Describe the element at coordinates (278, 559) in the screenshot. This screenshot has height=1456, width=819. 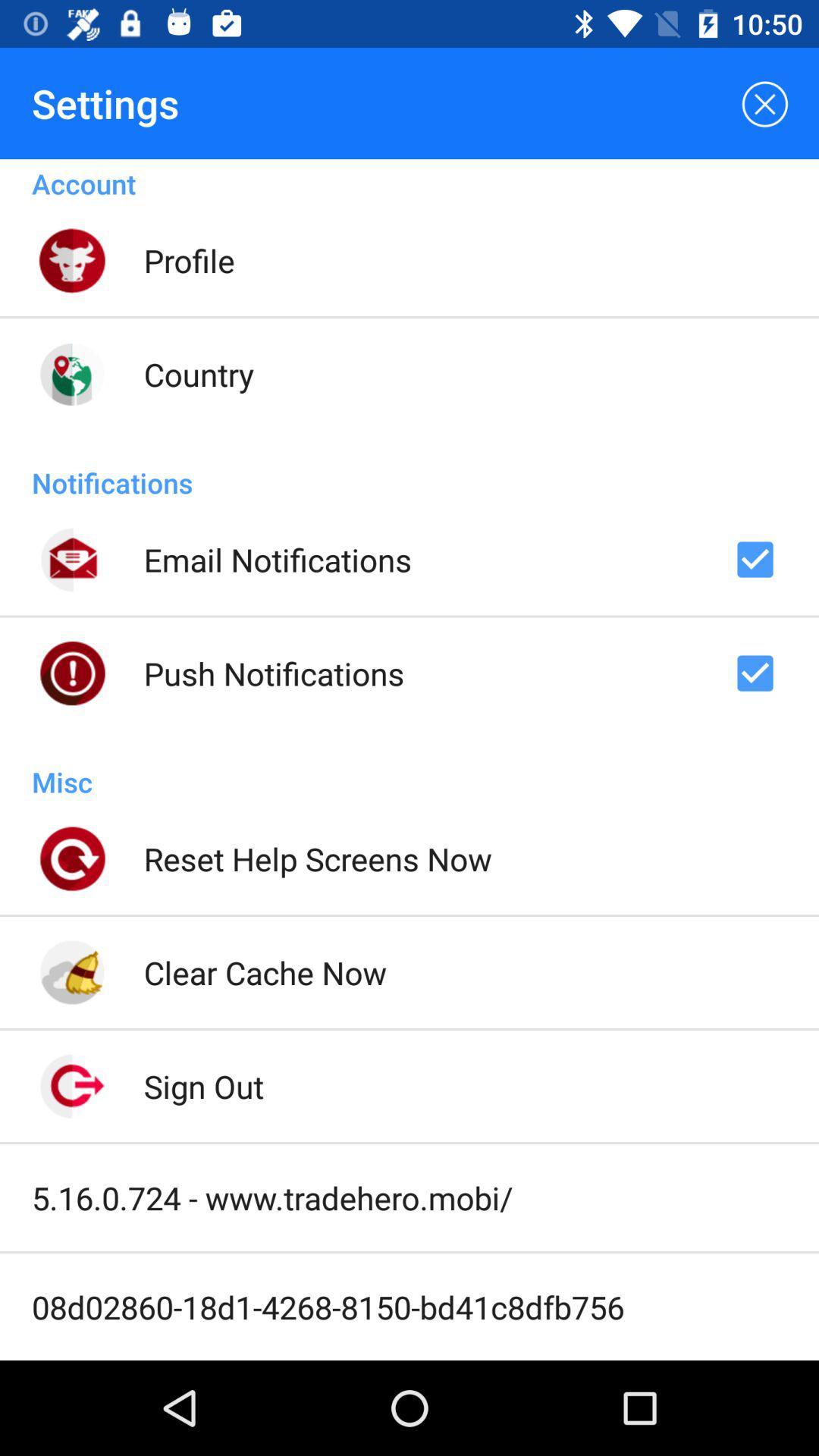
I see `email notifications item` at that location.